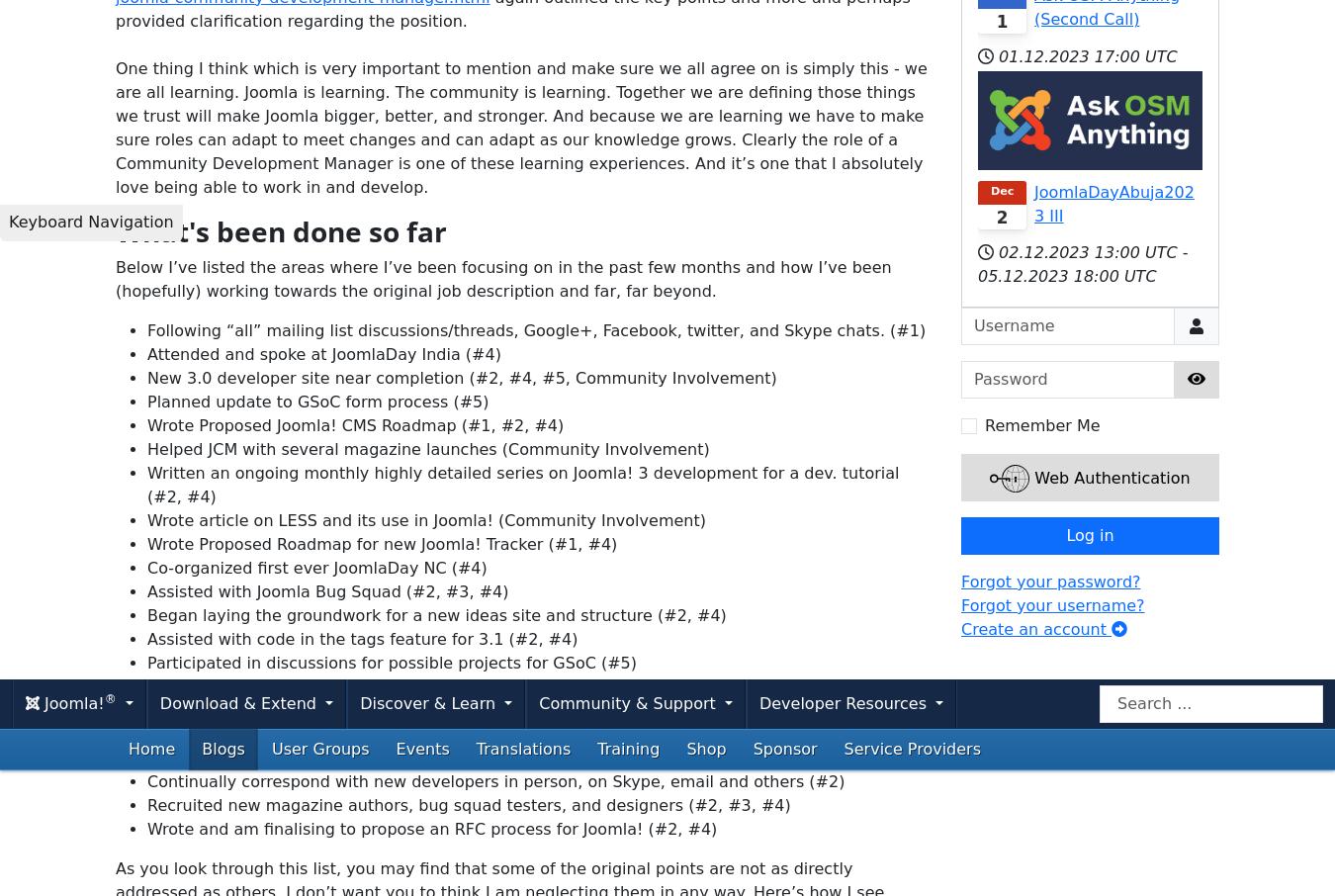 The image size is (1335, 896). I want to click on 'Next', so click(897, 737).